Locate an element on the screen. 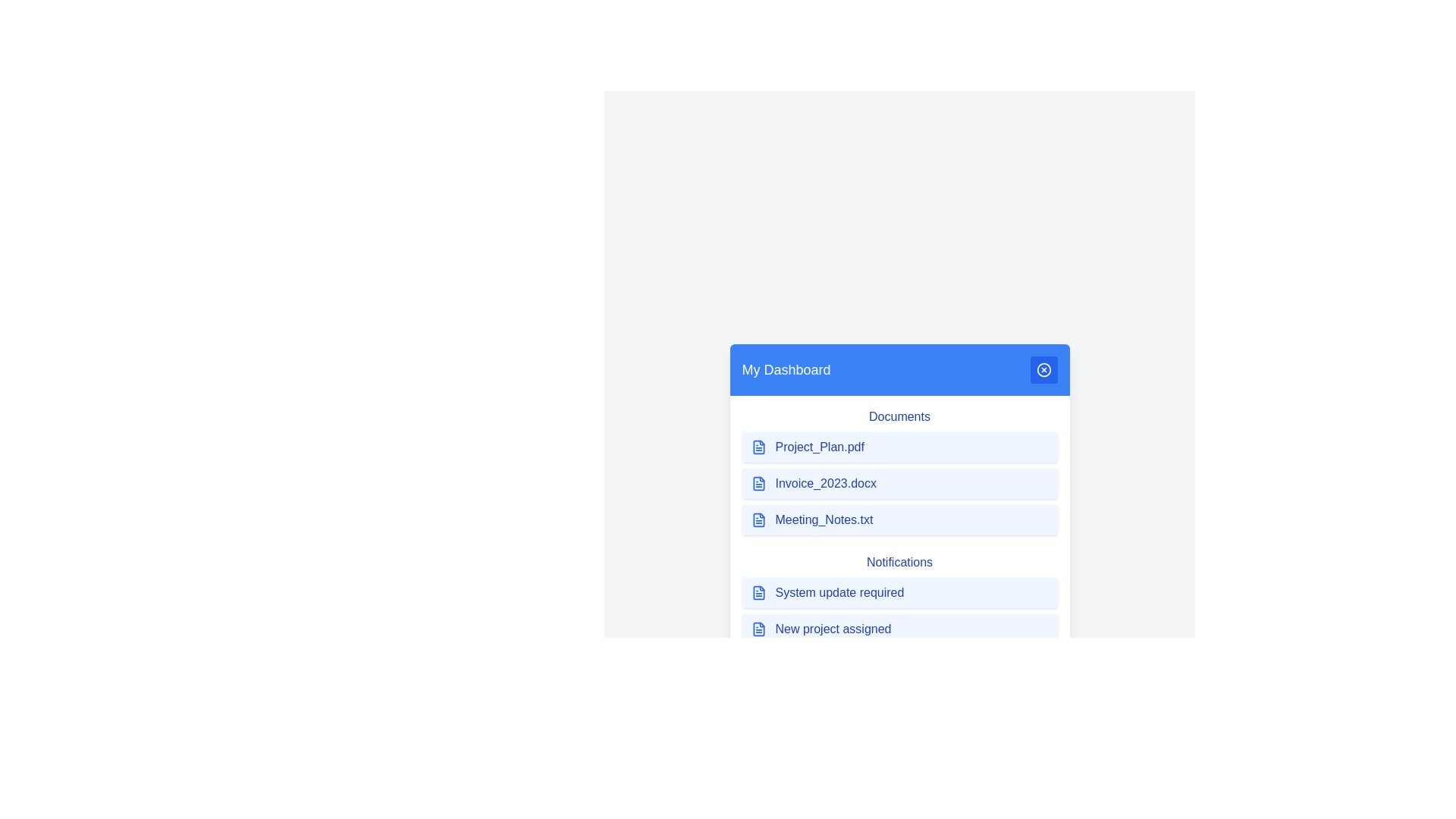  the item Invoice_2023.docx in the menu to highlight it is located at coordinates (899, 483).